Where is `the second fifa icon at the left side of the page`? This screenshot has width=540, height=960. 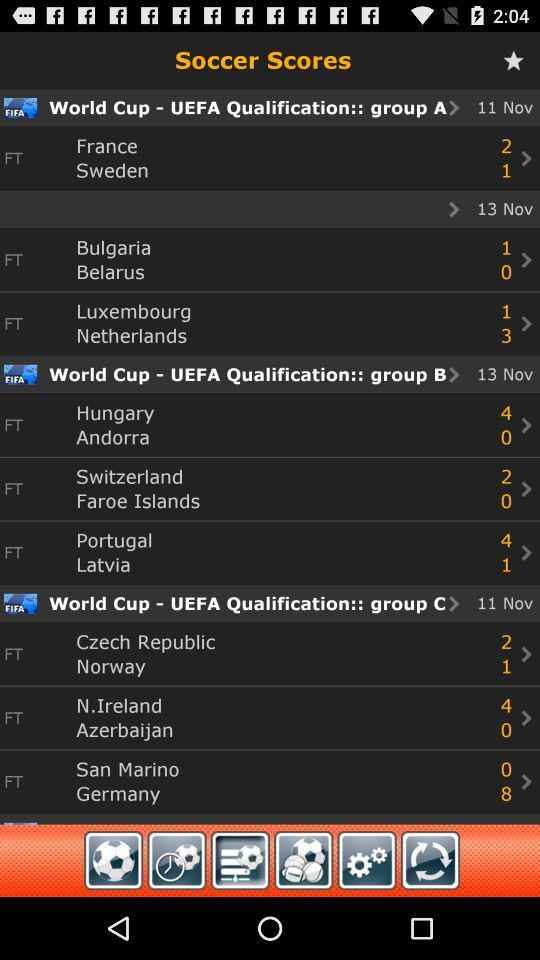
the second fifa icon at the left side of the page is located at coordinates (19, 373).